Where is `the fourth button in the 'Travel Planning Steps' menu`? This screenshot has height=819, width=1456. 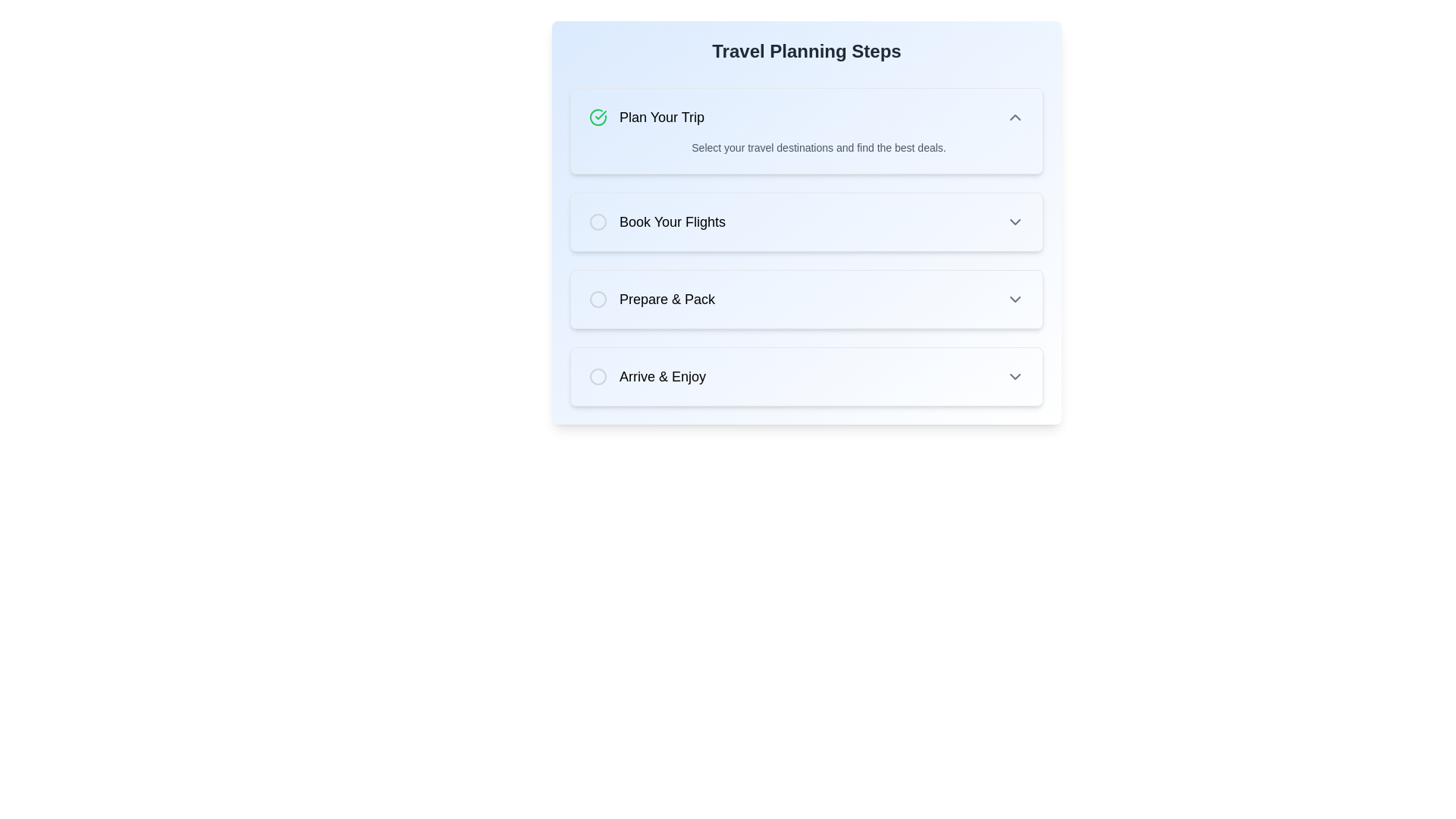 the fourth button in the 'Travel Planning Steps' menu is located at coordinates (806, 376).